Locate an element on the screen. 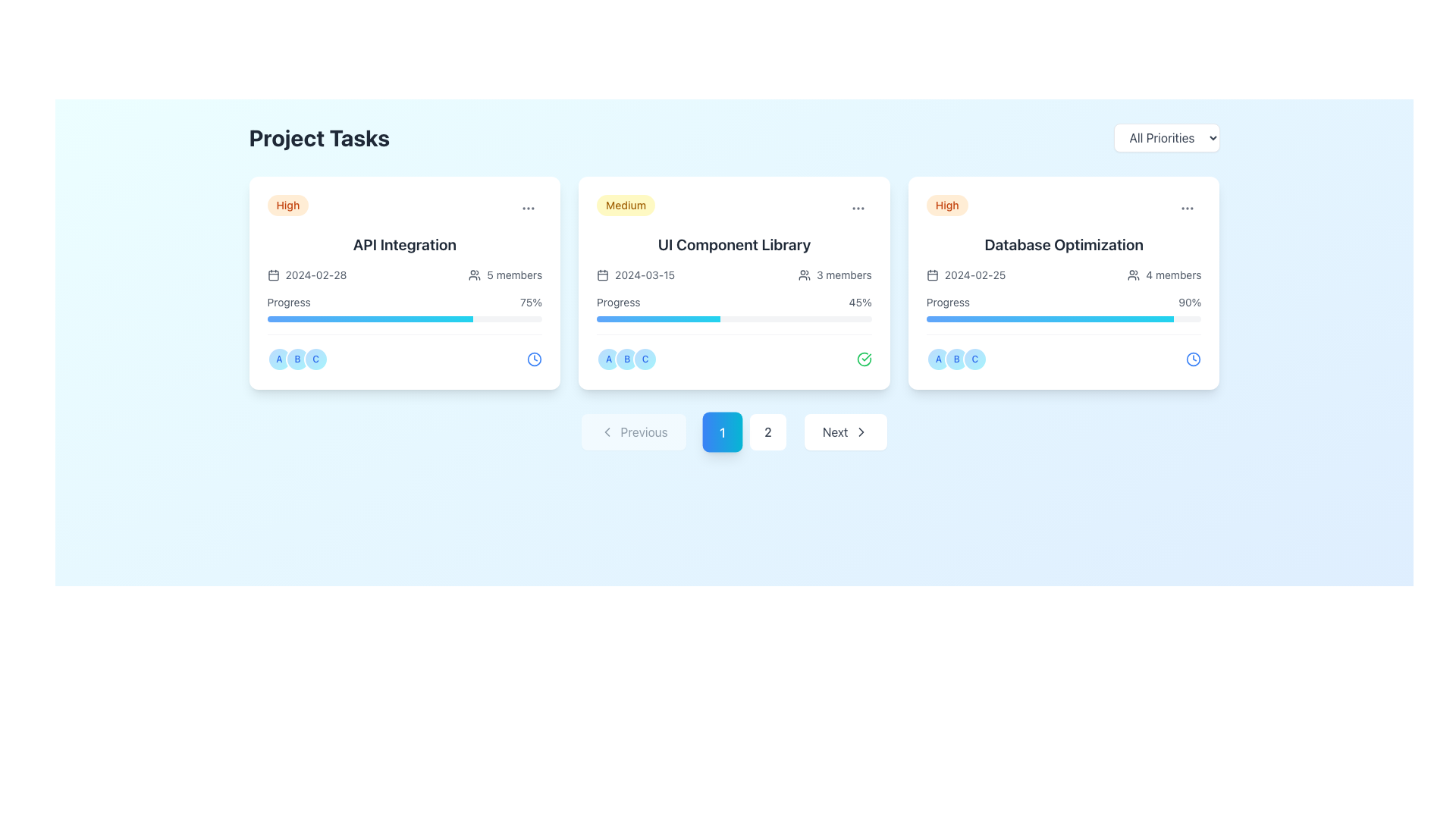  the informational content element displaying the date '2024-02-25' and description '4 members' with accompanying icons, located within the 'Database Optimization' card is located at coordinates (1063, 275).